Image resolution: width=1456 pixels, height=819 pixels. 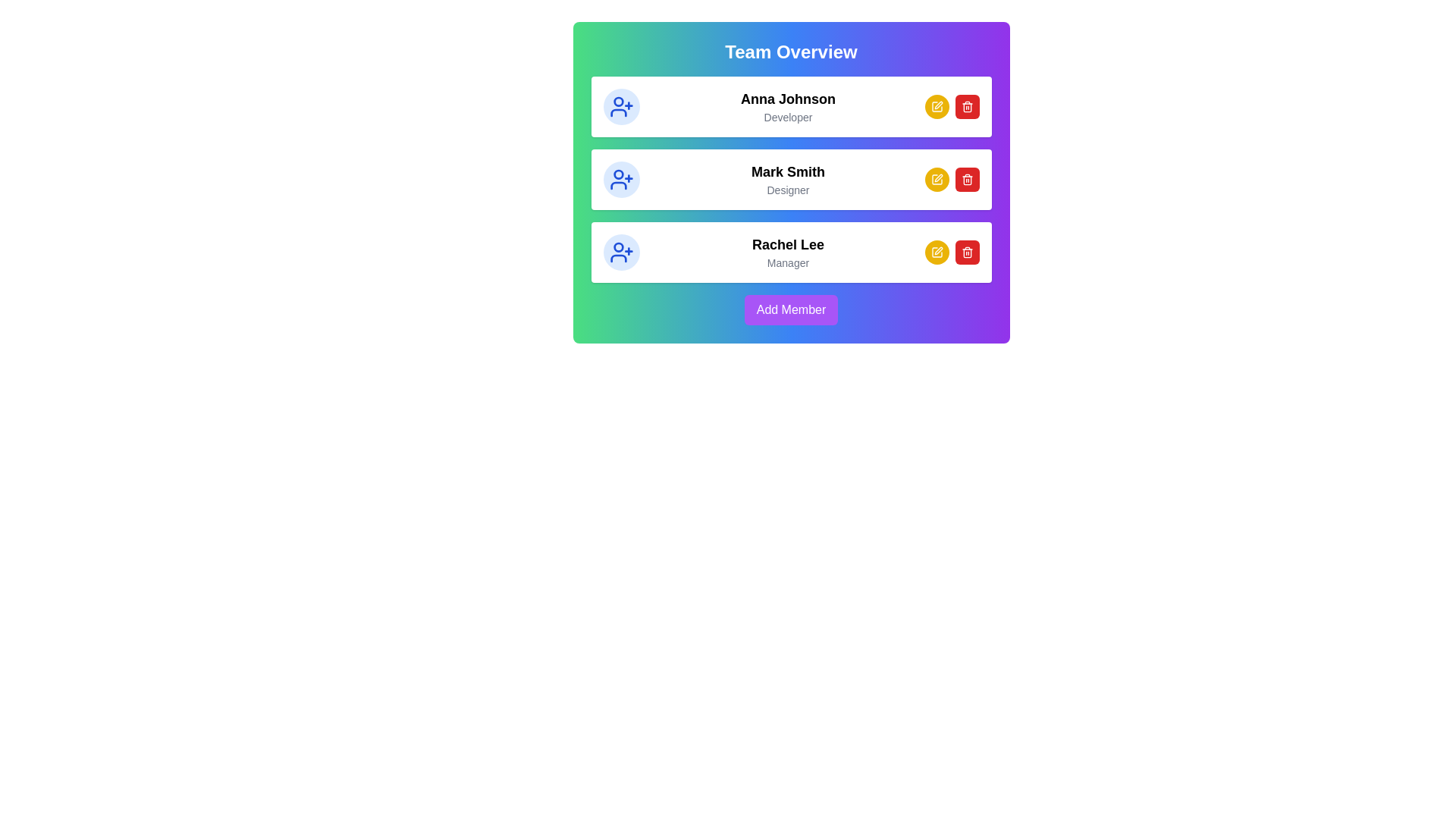 I want to click on the delete button located at the far right of the row for 'Rachel Lee, Manager' in the 'Team Overview' section, so click(x=966, y=251).